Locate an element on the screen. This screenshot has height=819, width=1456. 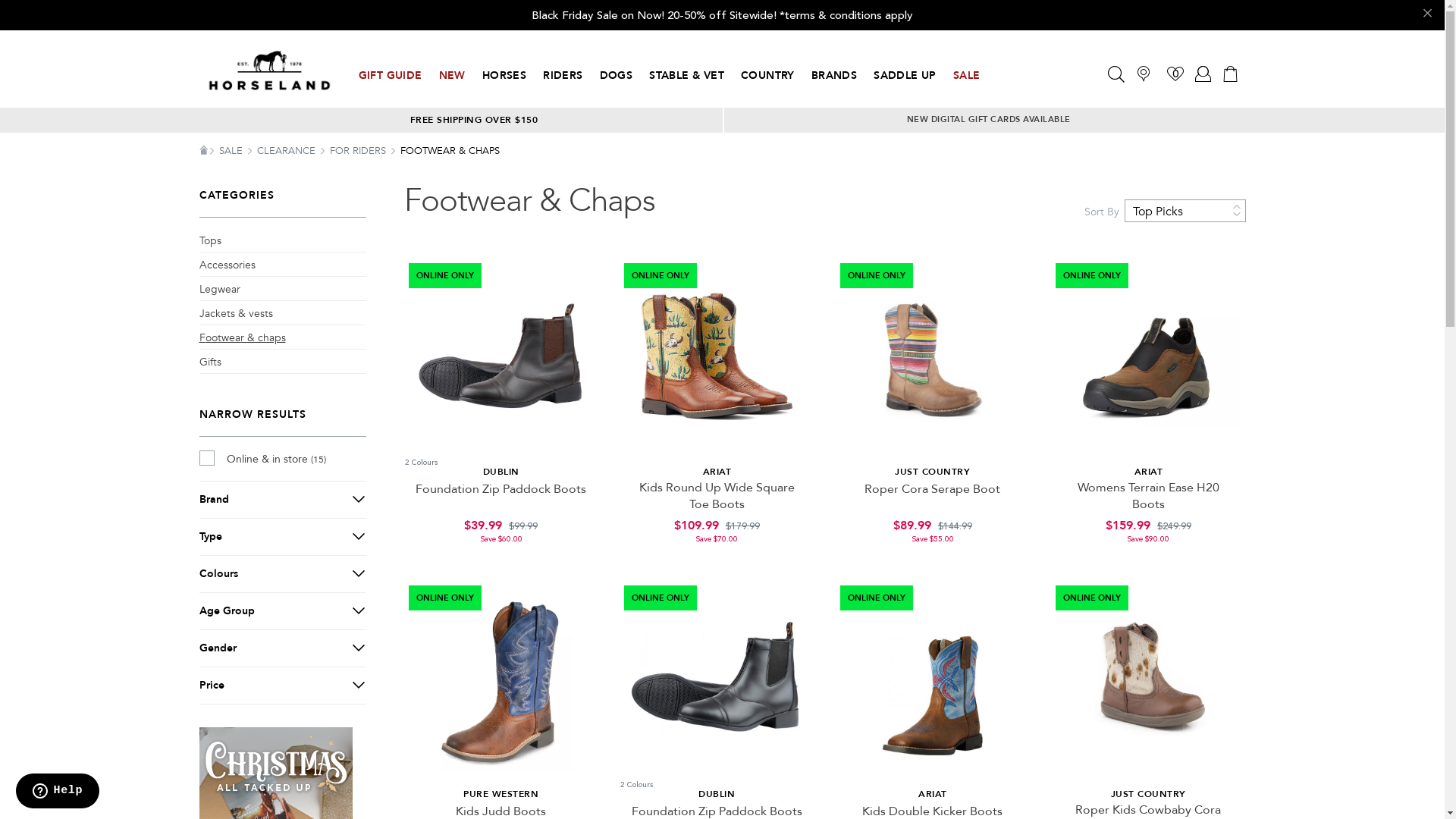
'$89.99 $144.99 is located at coordinates (931, 529).